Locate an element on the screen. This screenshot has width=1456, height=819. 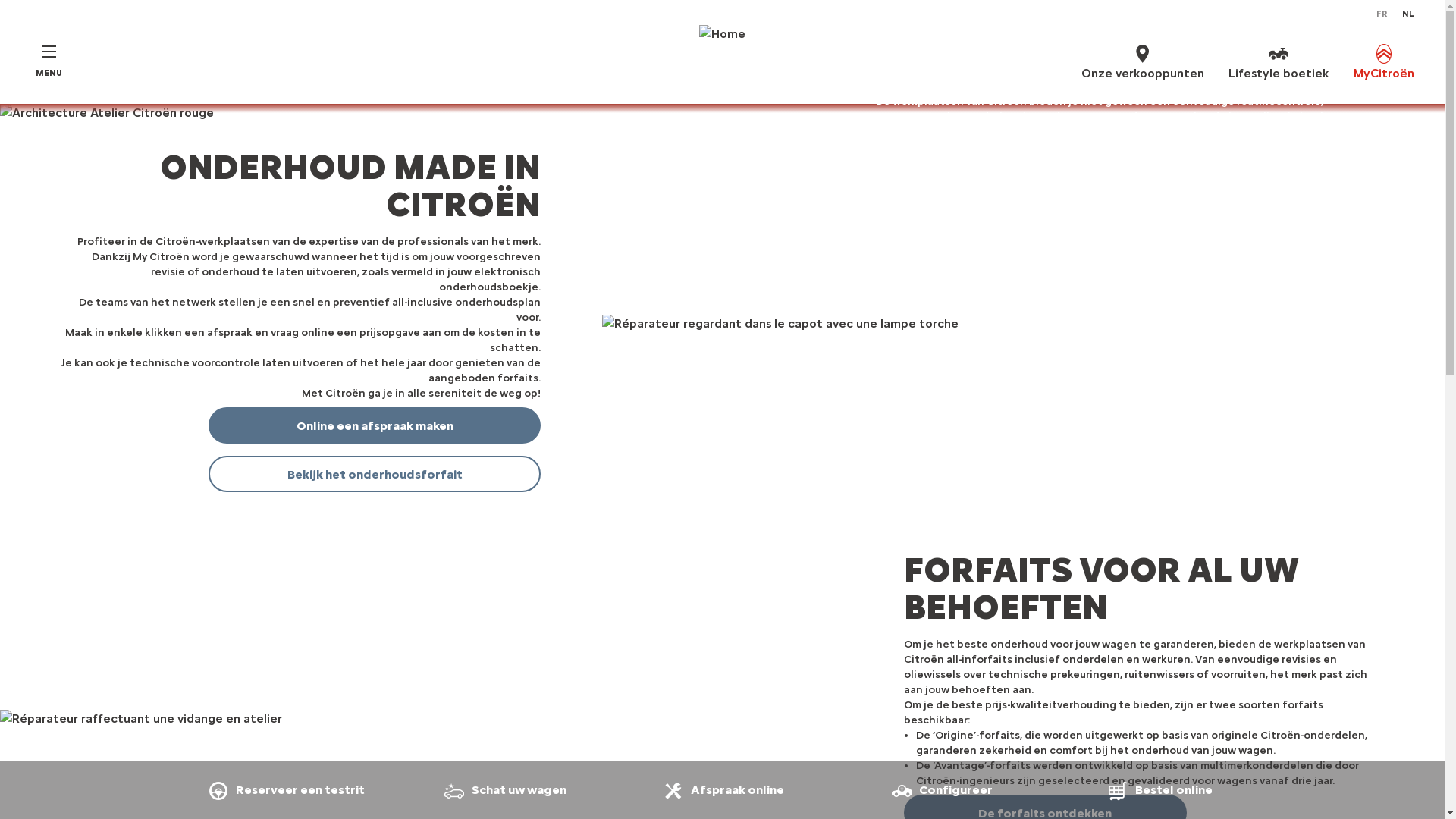
'Bestel online' is located at coordinates (1158, 789).